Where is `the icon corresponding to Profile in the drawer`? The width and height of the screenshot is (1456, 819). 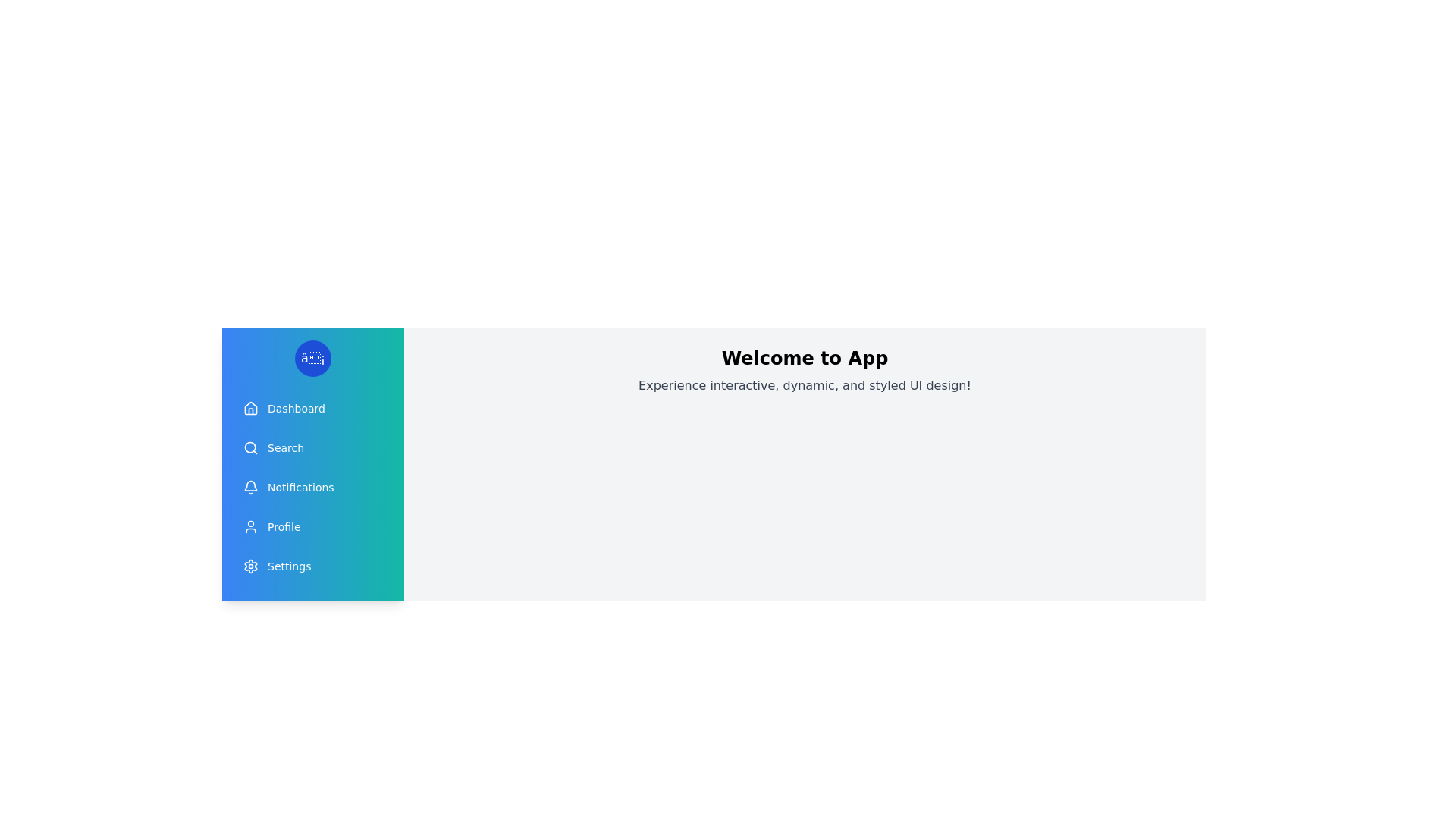 the icon corresponding to Profile in the drawer is located at coordinates (251, 526).